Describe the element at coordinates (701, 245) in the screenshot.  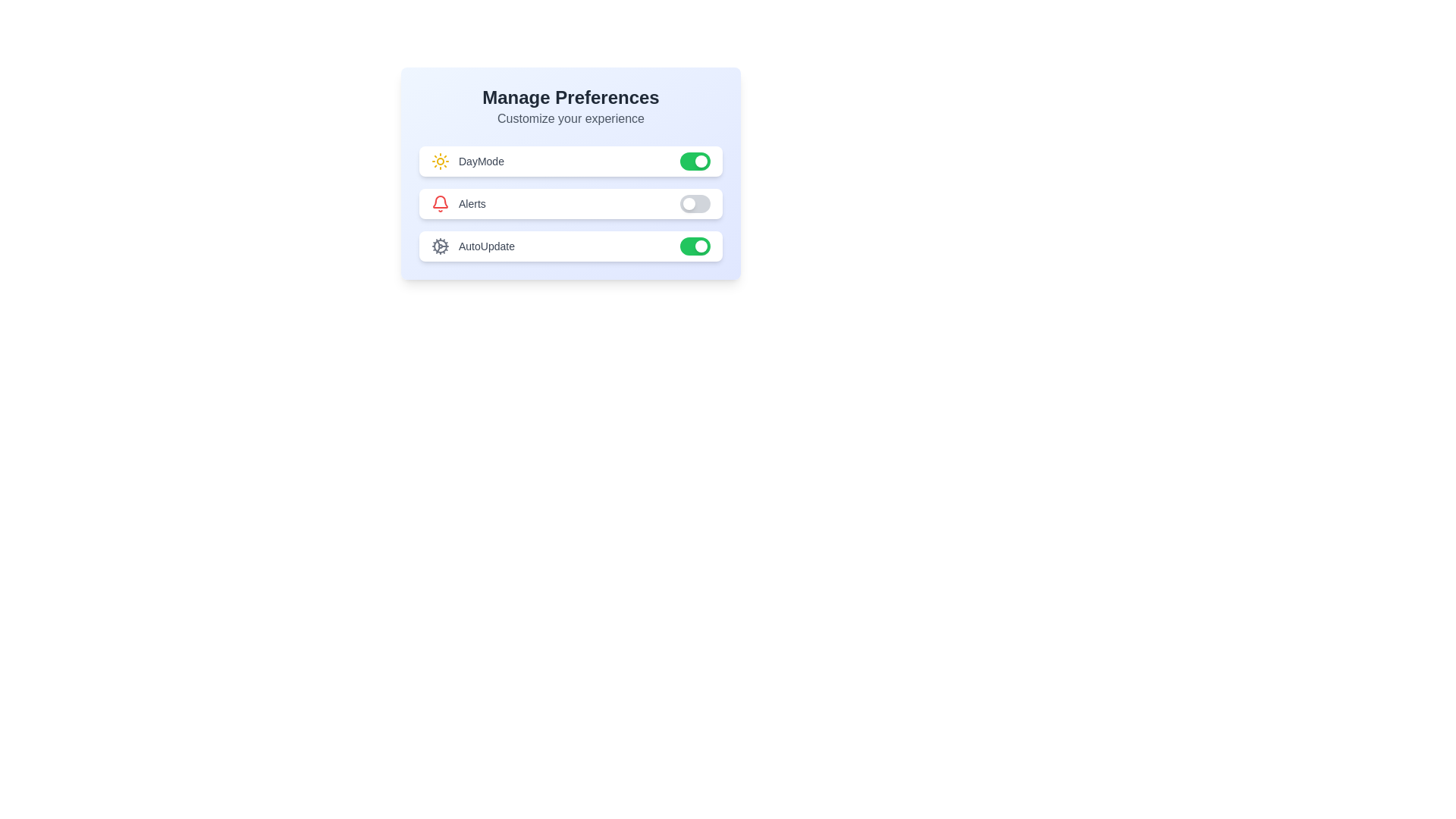
I see `the circular handle of the 'AutoUpdate' toggle switch` at that location.